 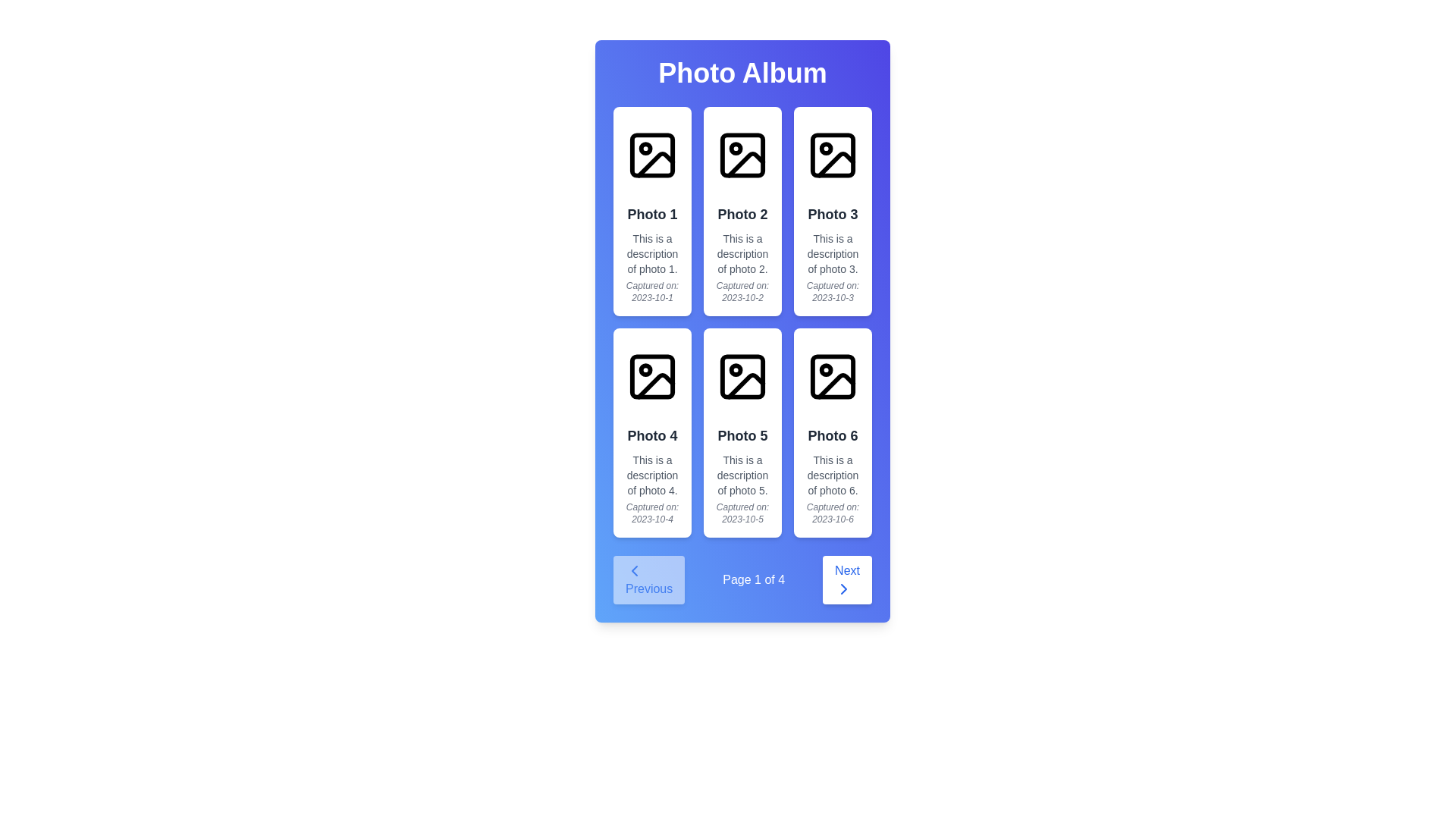 What do you see at coordinates (742, 435) in the screenshot?
I see `the text label 'Photo 5' which is styled with a bold font, larger size, and dark color, located in the center card of the second row` at bounding box center [742, 435].